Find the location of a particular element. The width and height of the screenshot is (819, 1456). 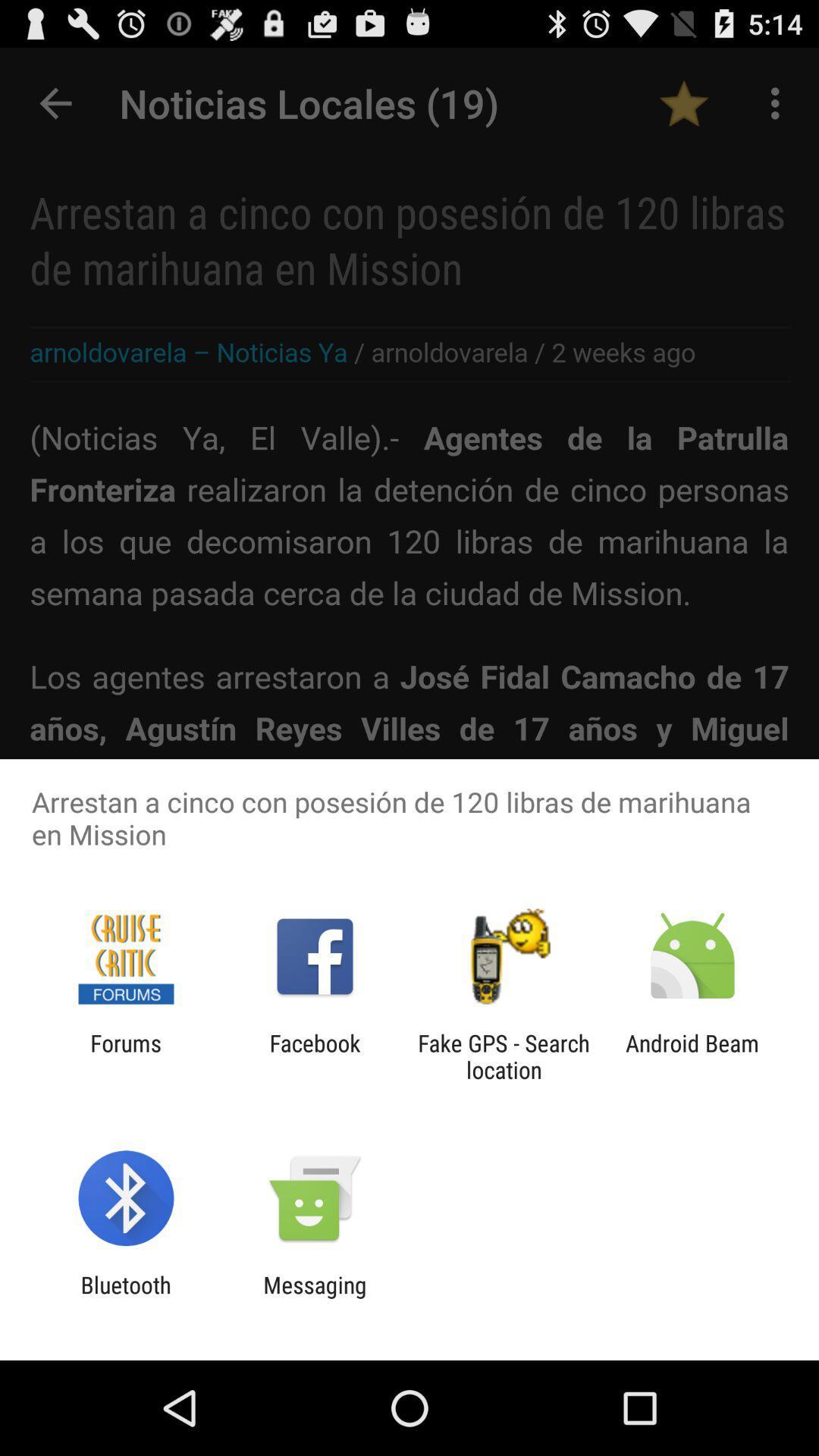

item to the left of fake gps search icon is located at coordinates (314, 1056).